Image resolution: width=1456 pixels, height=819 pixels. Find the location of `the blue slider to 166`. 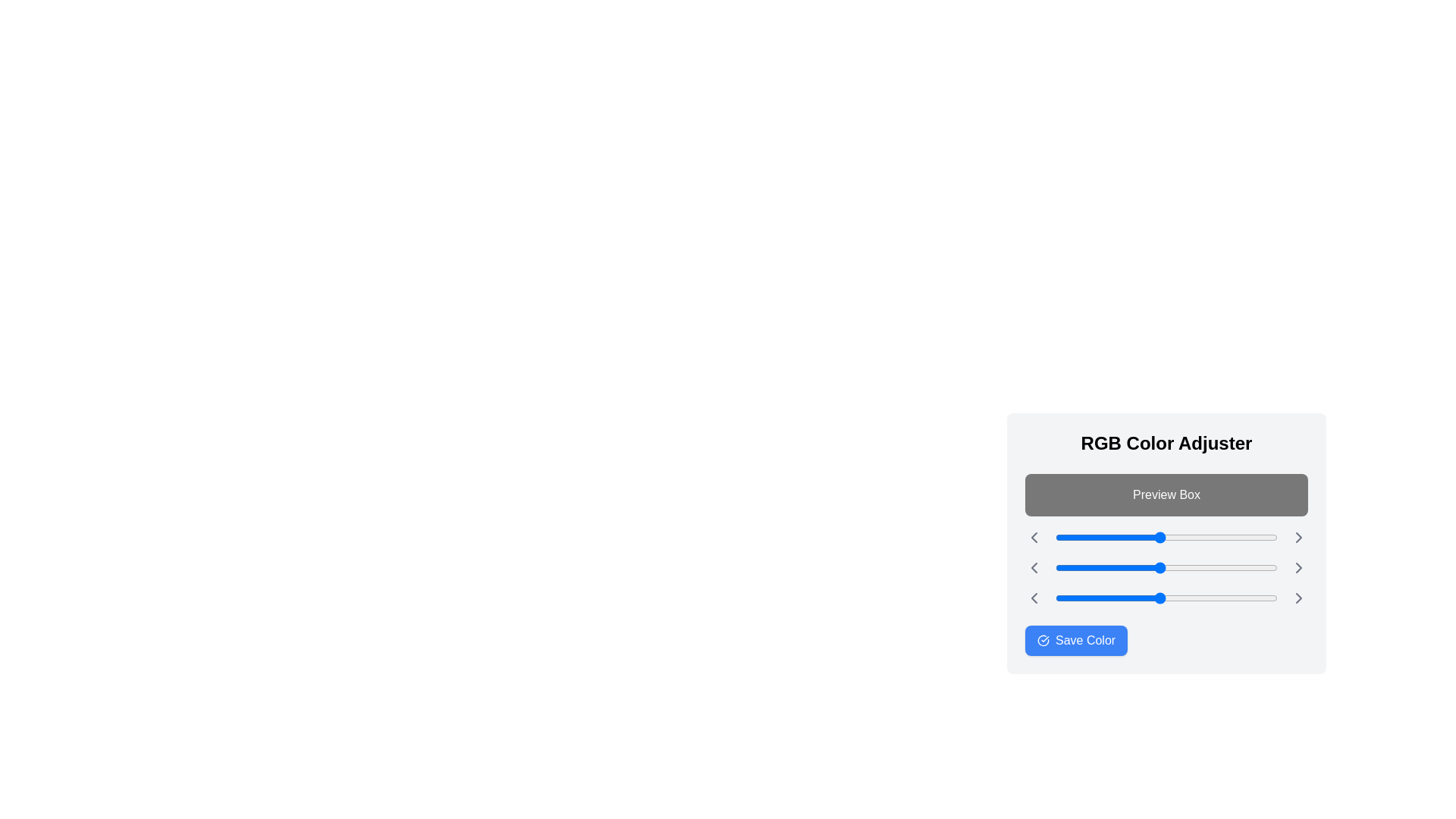

the blue slider to 166 is located at coordinates (1199, 598).